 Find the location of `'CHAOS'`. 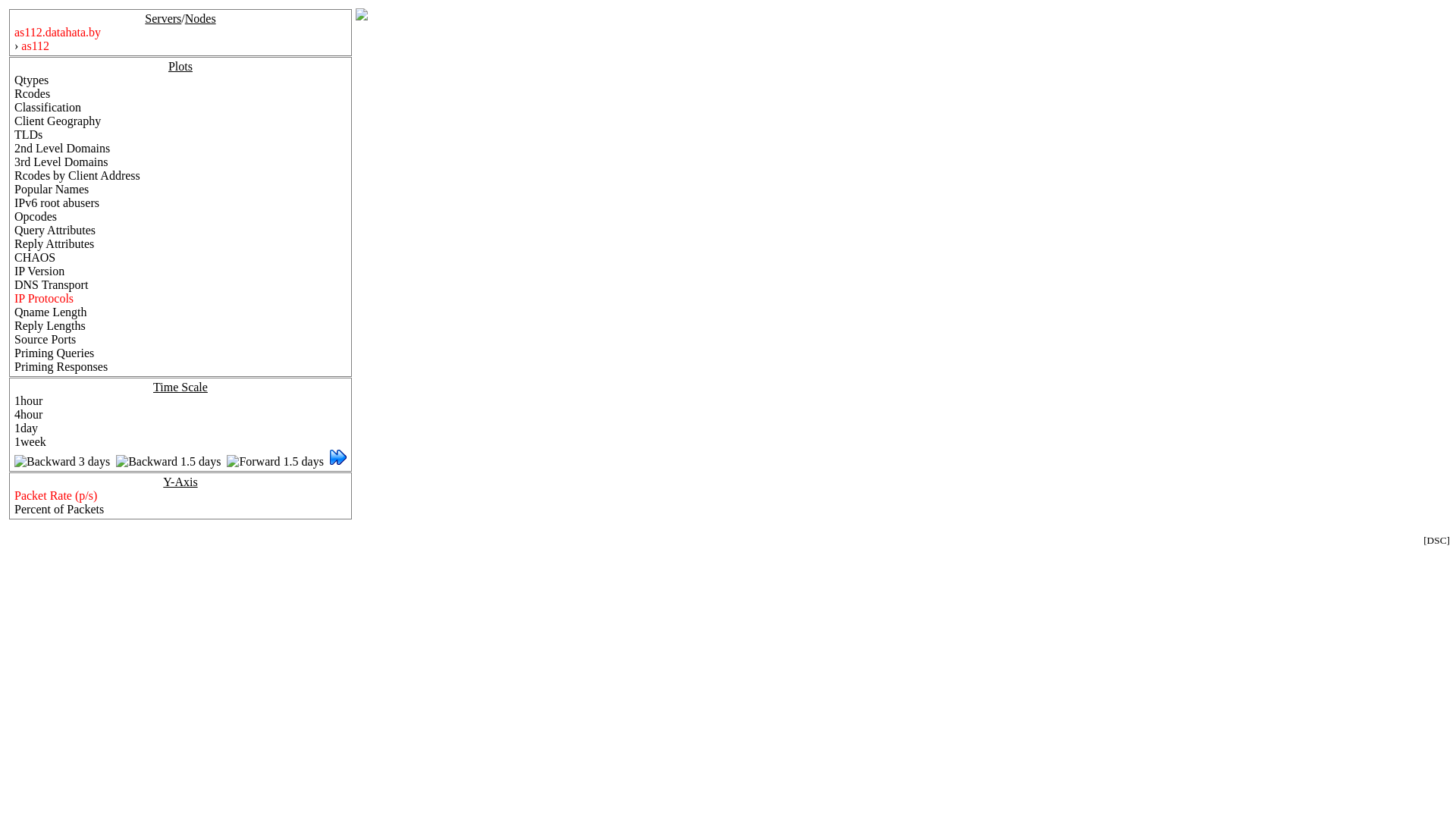

'CHAOS' is located at coordinates (35, 256).